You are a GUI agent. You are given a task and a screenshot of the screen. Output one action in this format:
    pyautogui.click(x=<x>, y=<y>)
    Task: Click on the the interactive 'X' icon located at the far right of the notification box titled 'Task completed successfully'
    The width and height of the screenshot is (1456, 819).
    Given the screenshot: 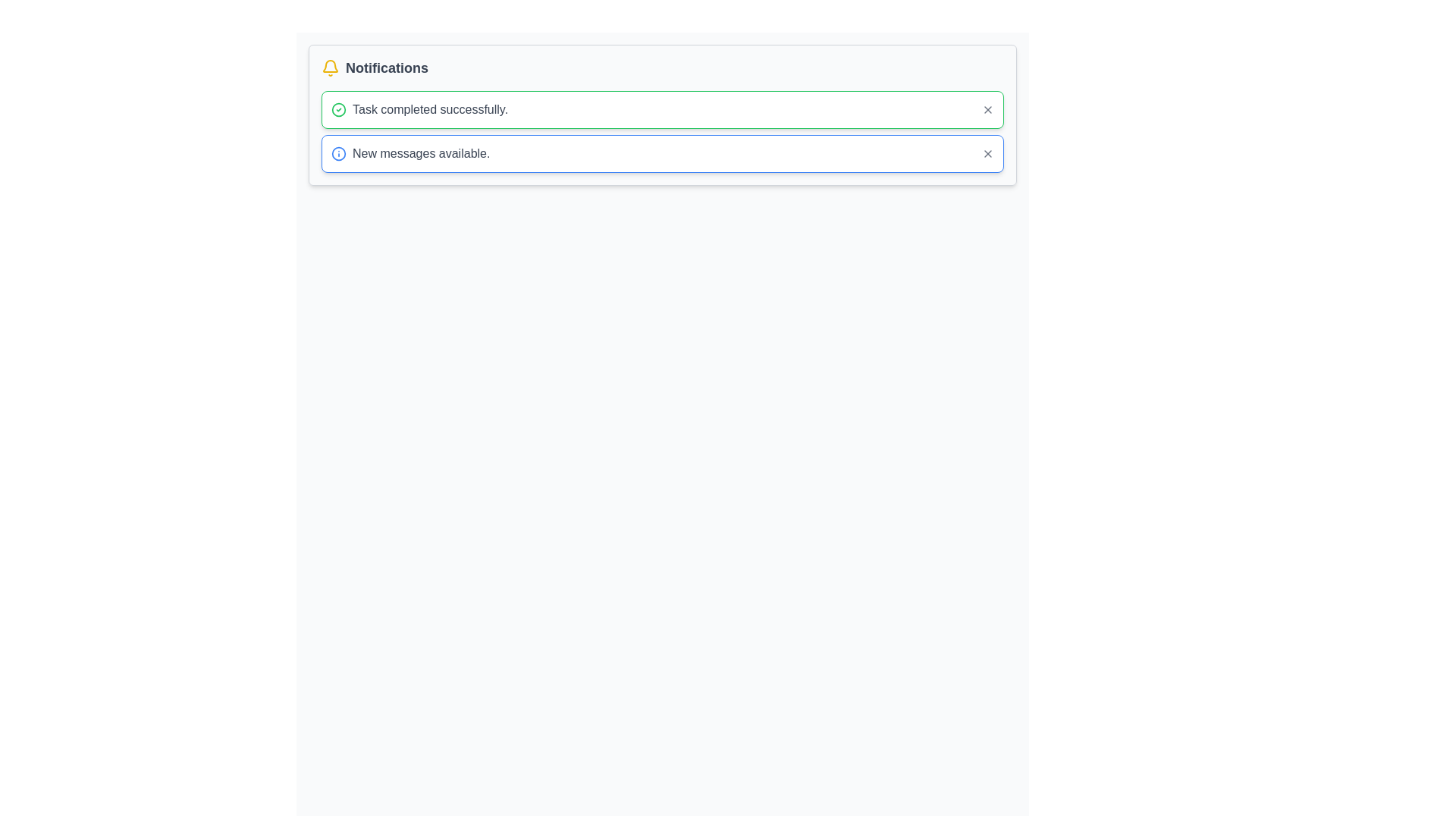 What is the action you would take?
    pyautogui.click(x=987, y=109)
    